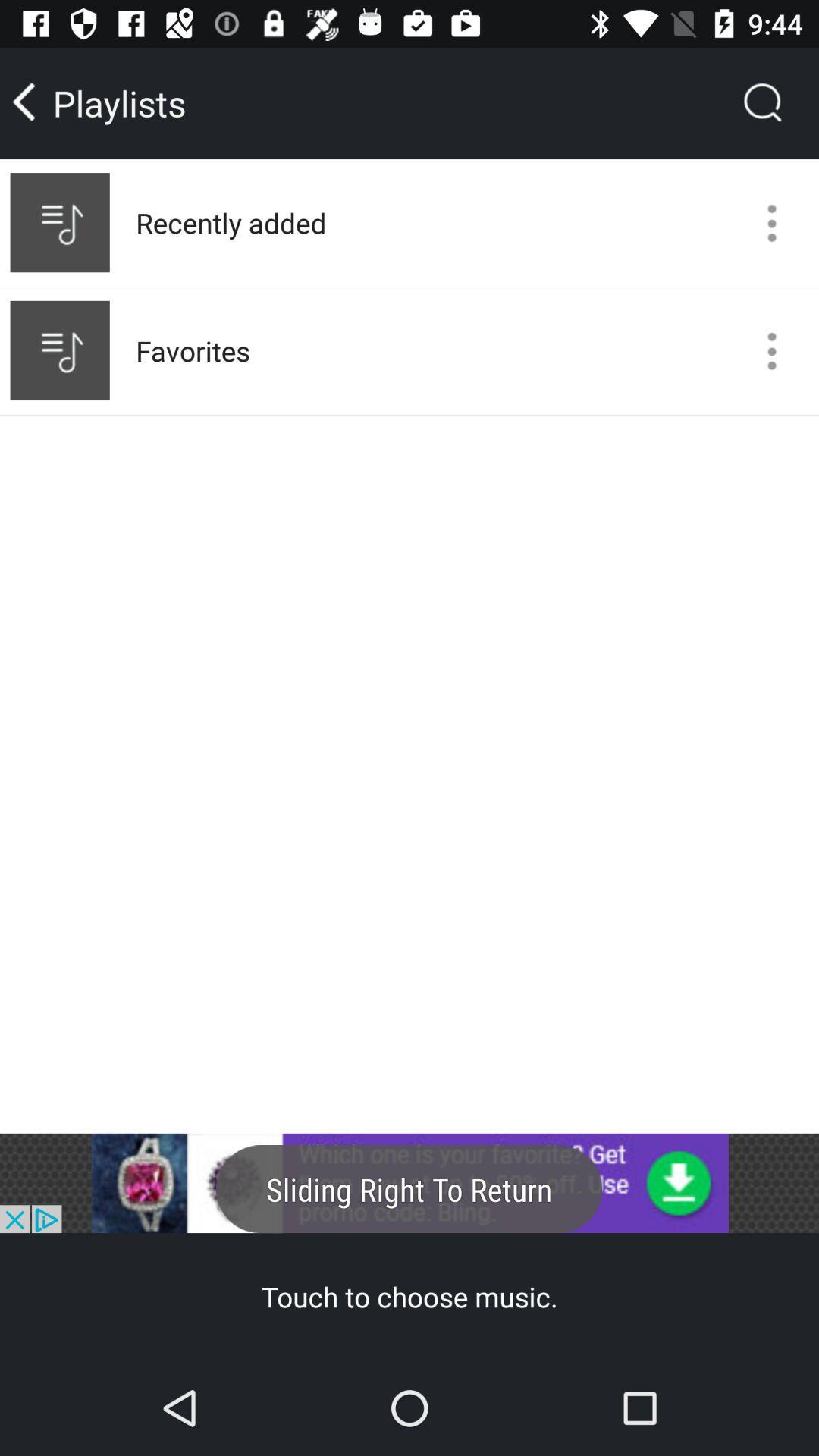 Image resolution: width=819 pixels, height=1456 pixels. What do you see at coordinates (763, 102) in the screenshot?
I see `the search icon` at bounding box center [763, 102].